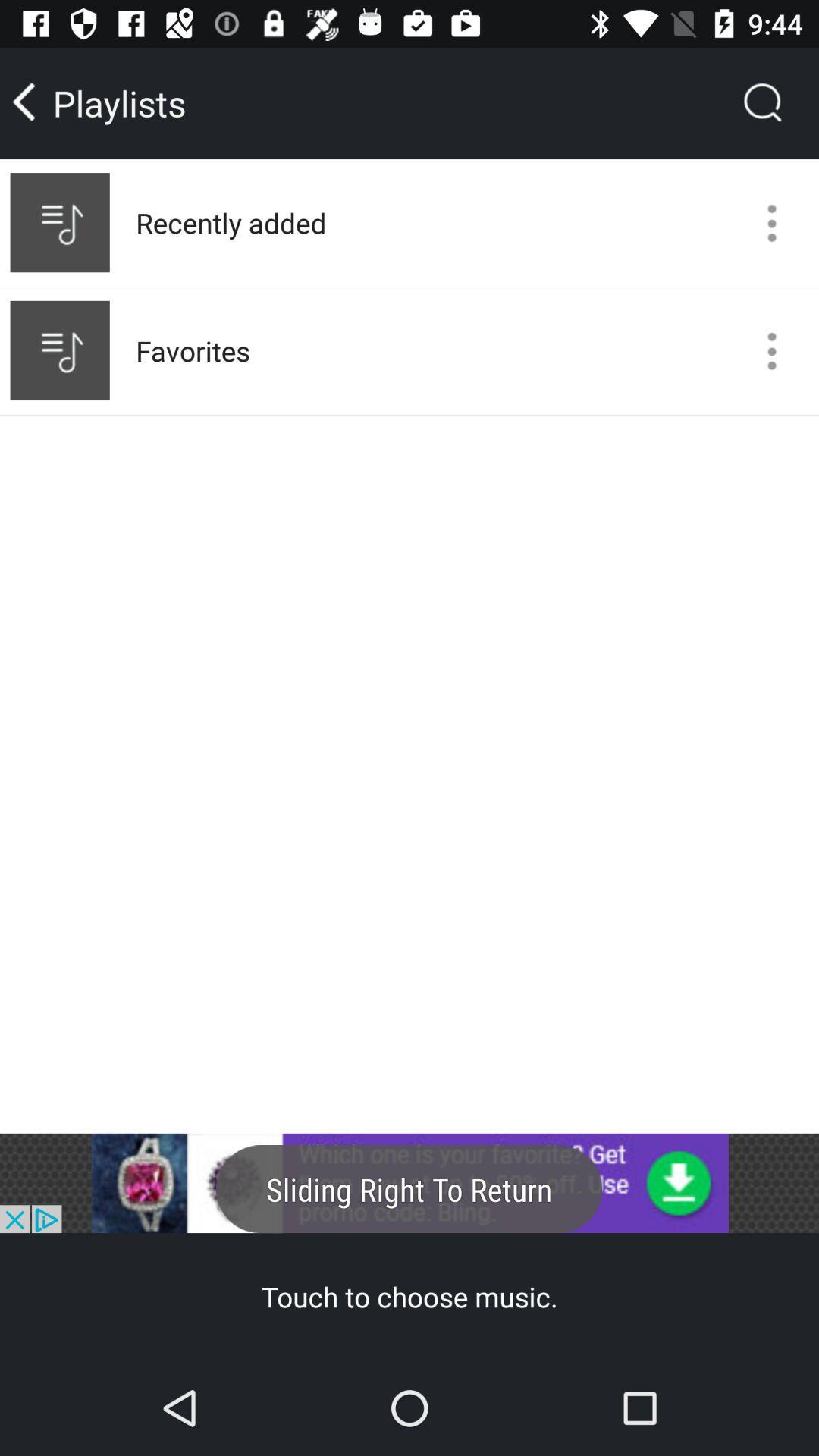 Image resolution: width=819 pixels, height=1456 pixels. What do you see at coordinates (763, 102) in the screenshot?
I see `the search icon` at bounding box center [763, 102].